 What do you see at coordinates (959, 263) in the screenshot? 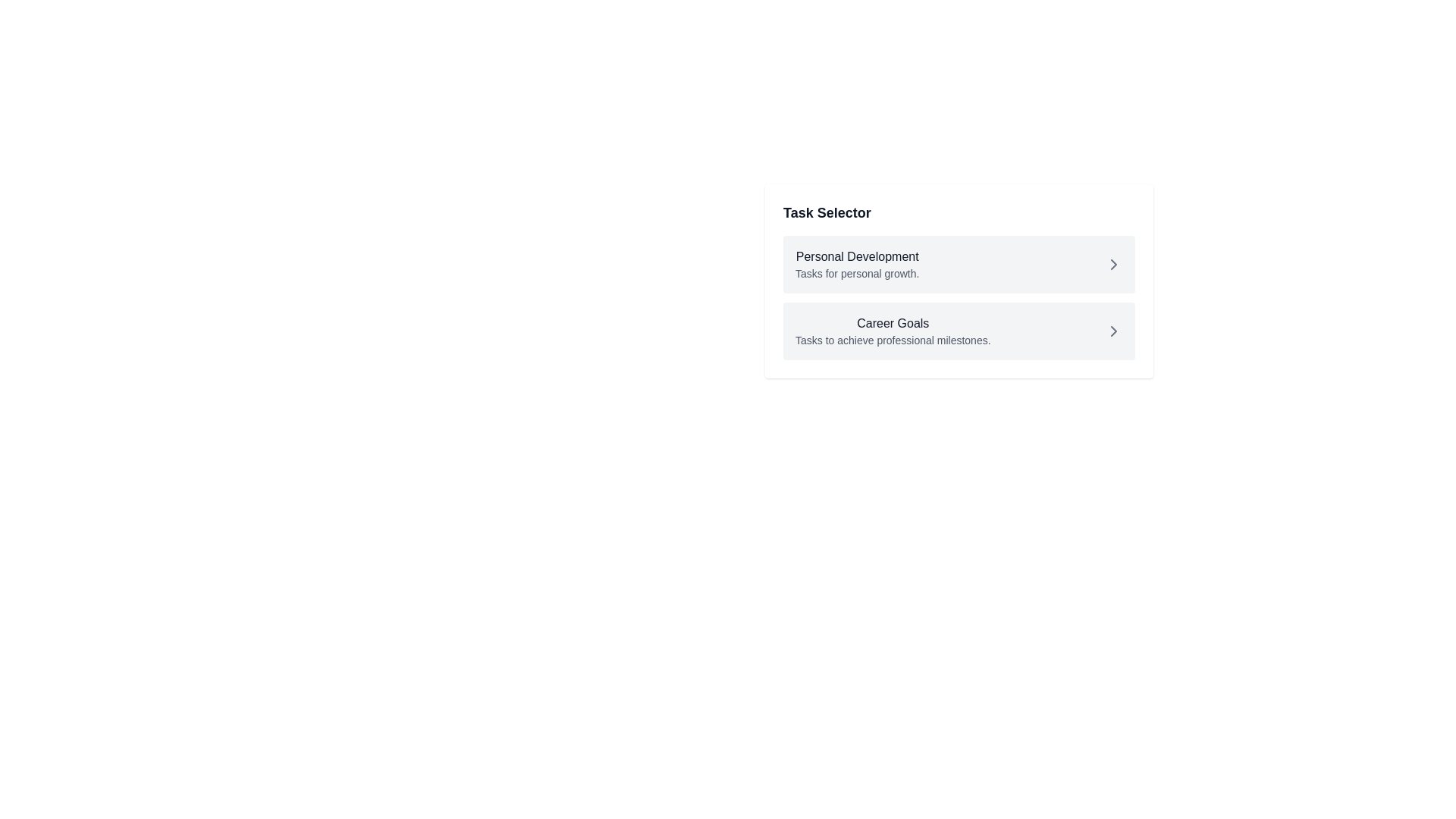
I see `to select the 'Personal Development' option from the interactive list item located at the top of the 'Task Selector' menu` at bounding box center [959, 263].